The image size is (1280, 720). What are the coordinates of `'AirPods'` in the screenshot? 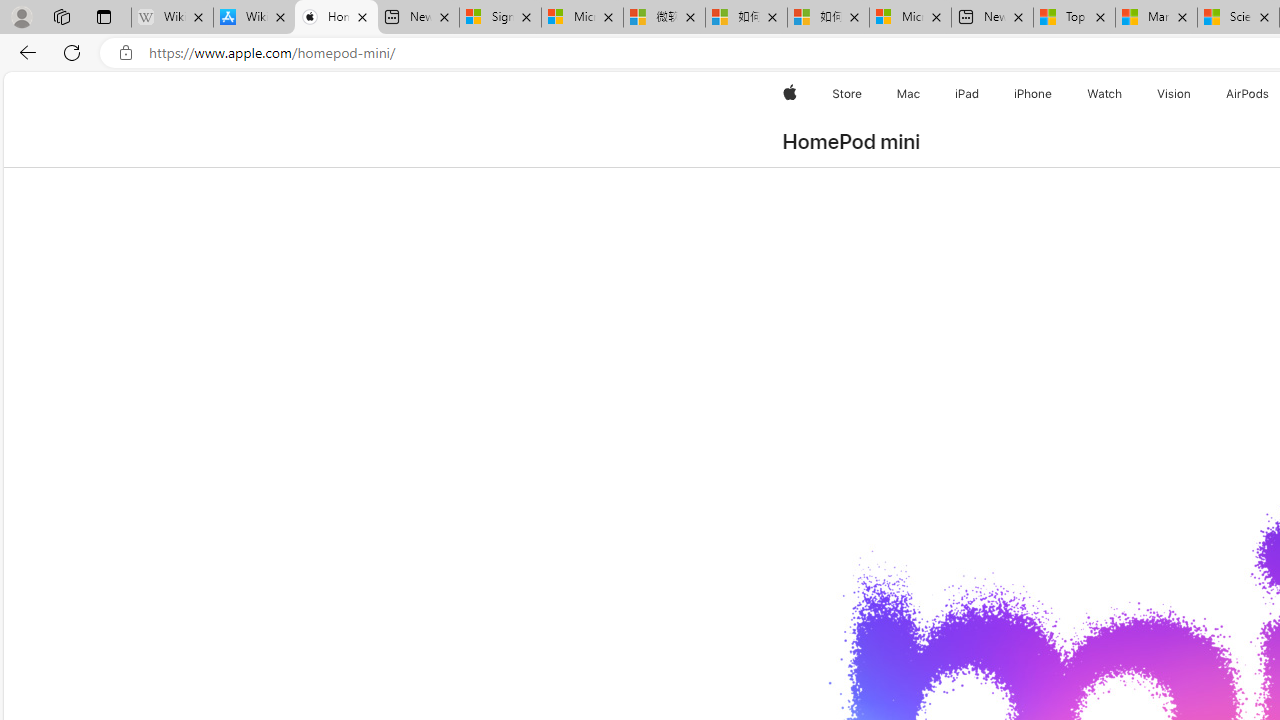 It's located at (1247, 93).